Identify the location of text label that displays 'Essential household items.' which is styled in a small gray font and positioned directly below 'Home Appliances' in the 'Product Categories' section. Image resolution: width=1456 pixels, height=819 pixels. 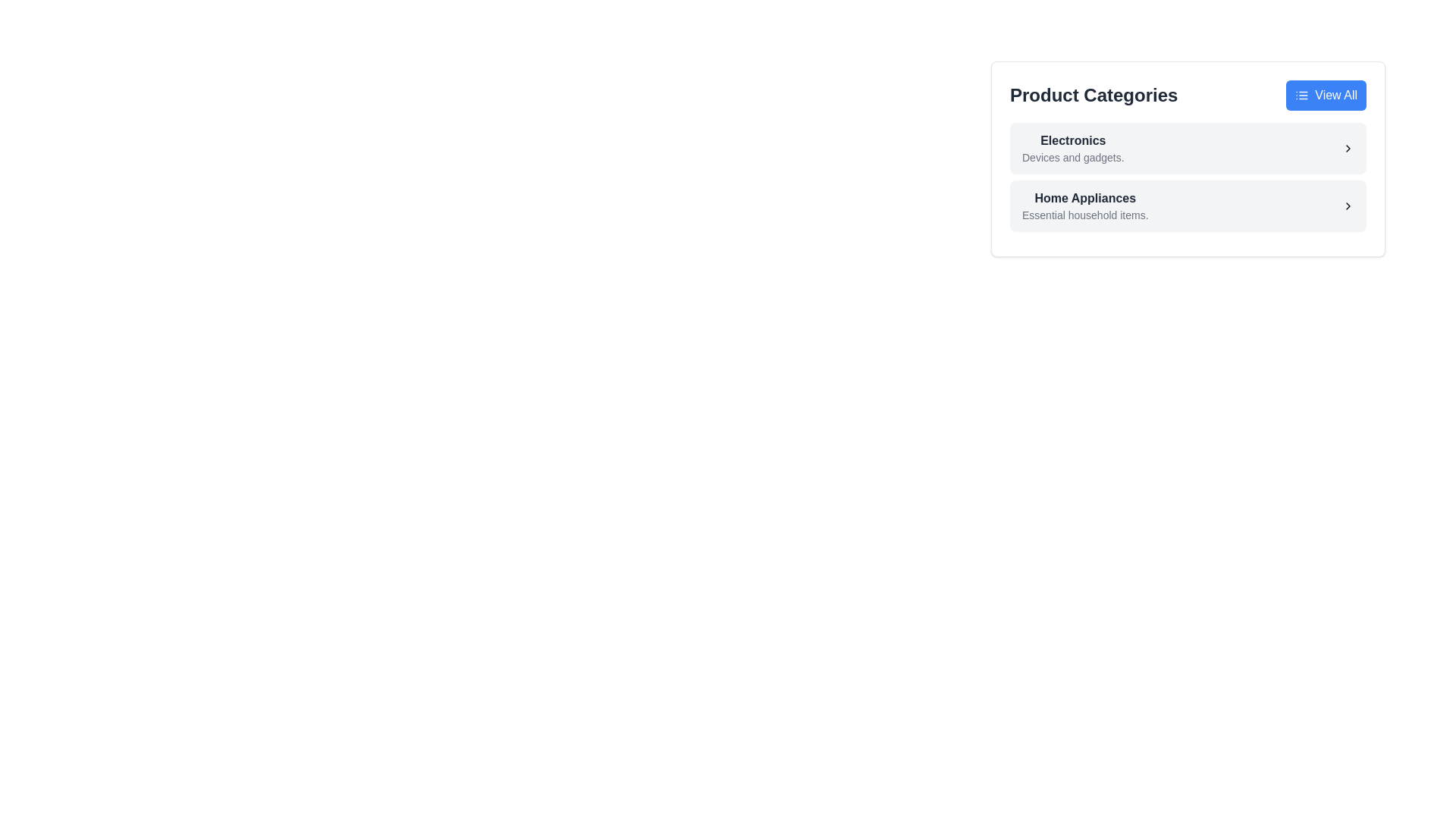
(1084, 215).